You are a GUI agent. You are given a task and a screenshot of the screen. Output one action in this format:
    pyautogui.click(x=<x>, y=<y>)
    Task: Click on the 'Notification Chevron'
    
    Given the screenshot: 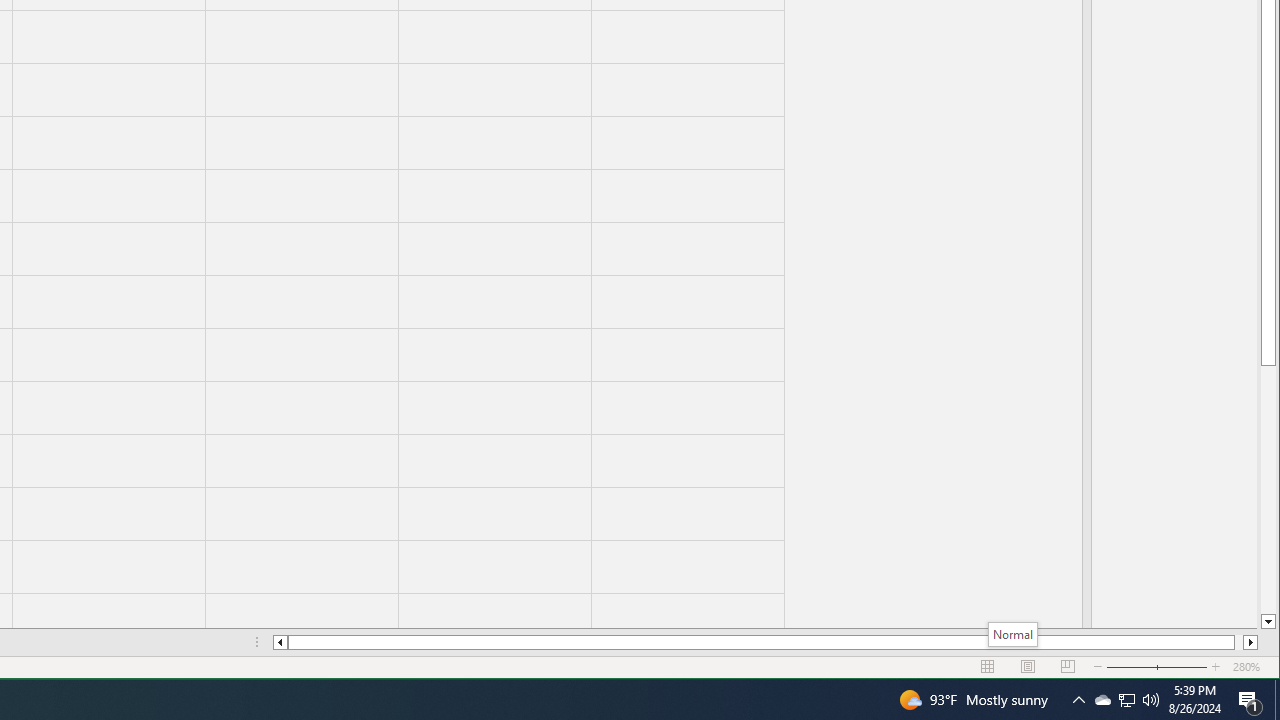 What is the action you would take?
    pyautogui.click(x=1078, y=698)
    